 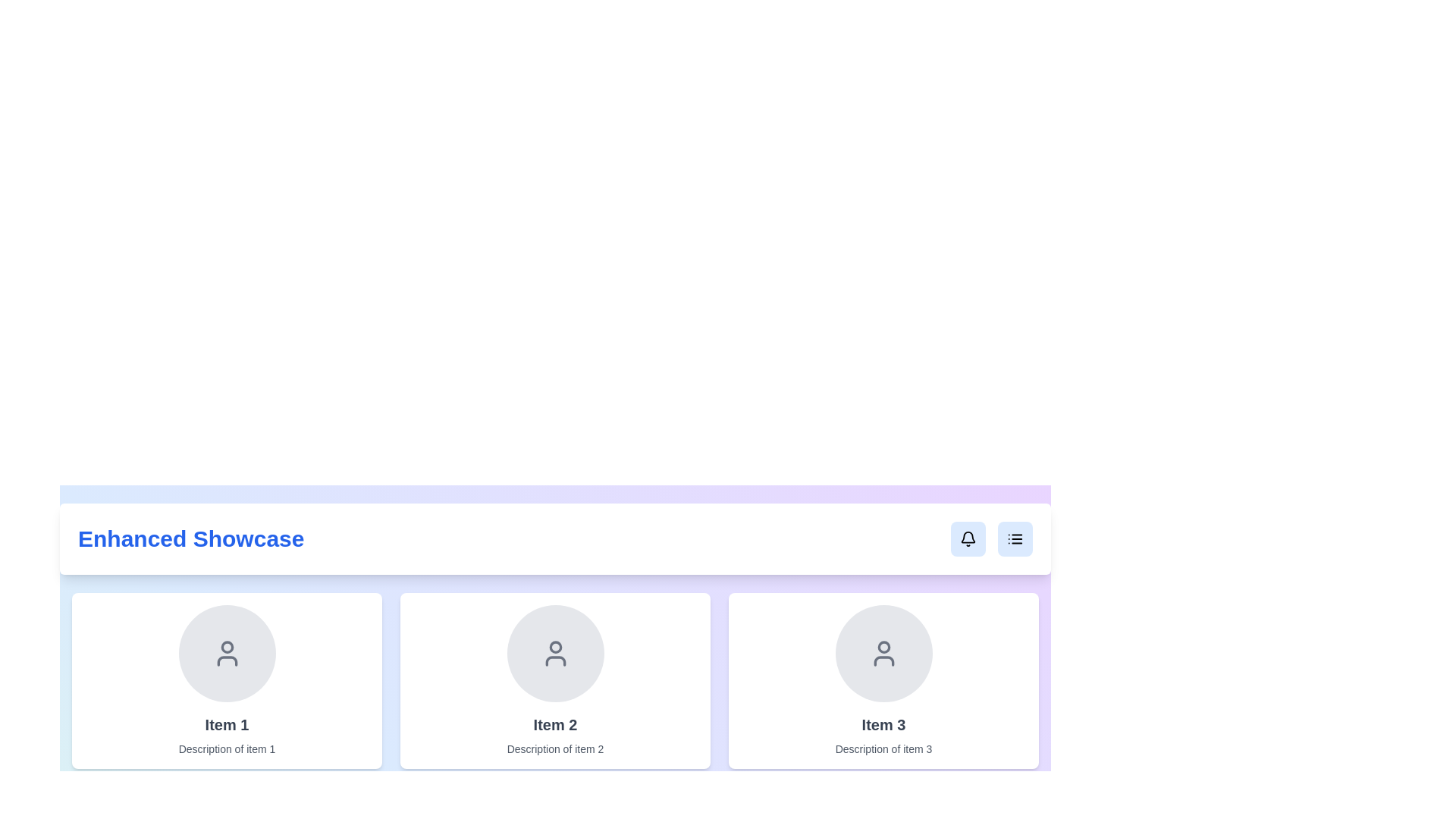 I want to click on the button located at the top-right corner of the main interface, so click(x=1015, y=538).